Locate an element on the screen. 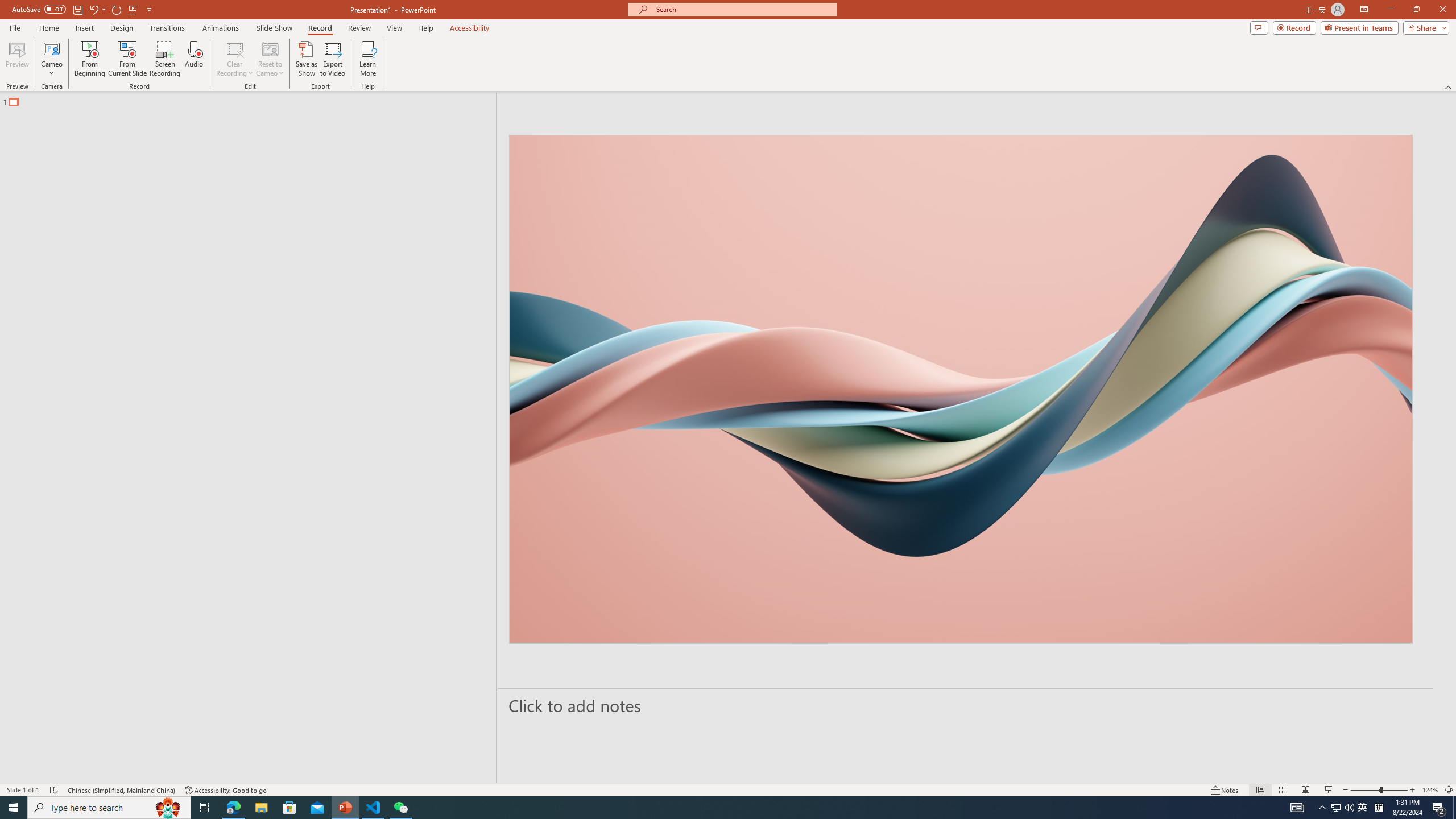 This screenshot has height=819, width=1456. 'Accessibility Checker Accessibility: Good to go' is located at coordinates (226, 790).